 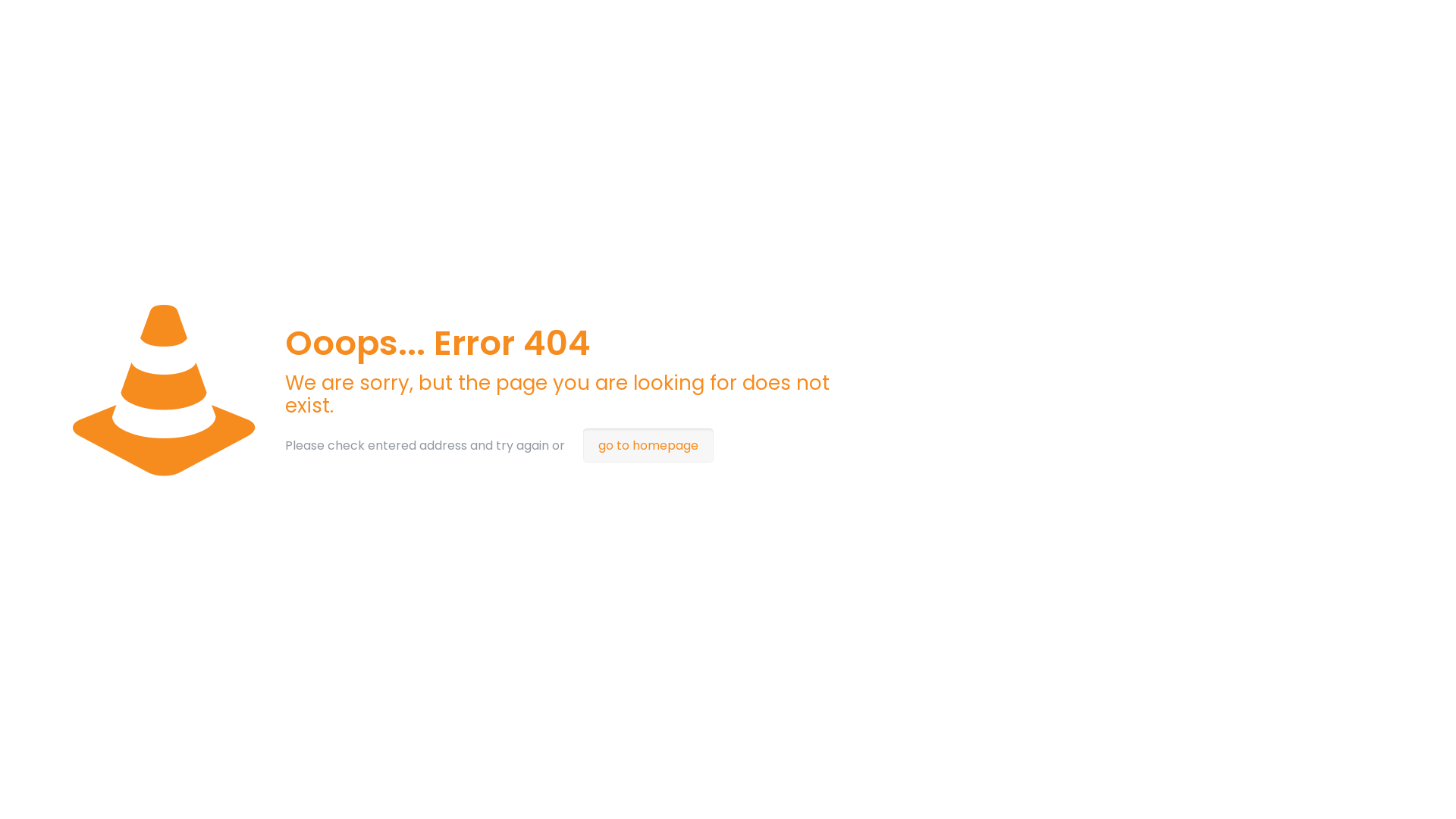 What do you see at coordinates (648, 444) in the screenshot?
I see `'go to homepage'` at bounding box center [648, 444].